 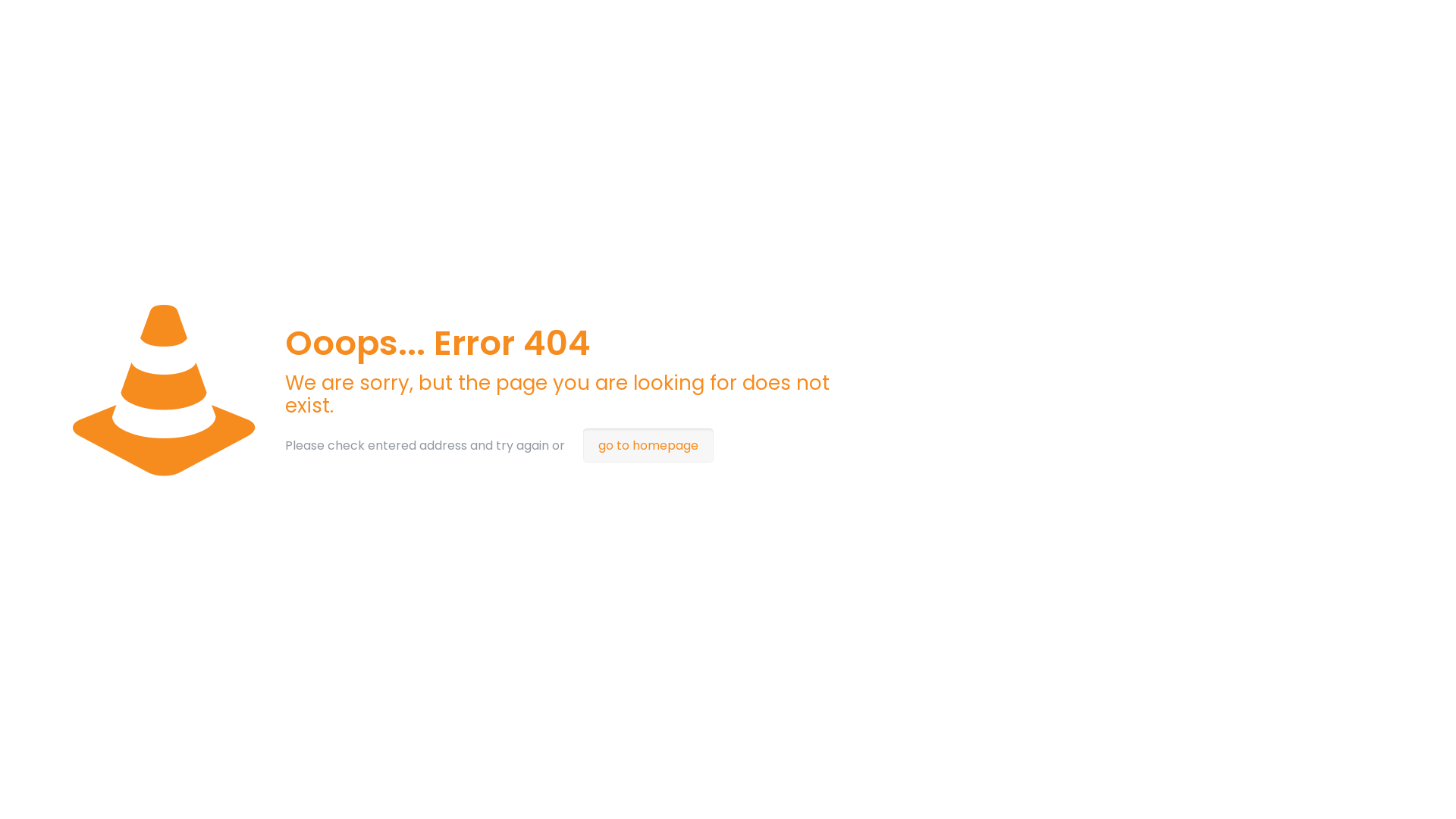 What do you see at coordinates (648, 444) in the screenshot?
I see `'go to homepage'` at bounding box center [648, 444].